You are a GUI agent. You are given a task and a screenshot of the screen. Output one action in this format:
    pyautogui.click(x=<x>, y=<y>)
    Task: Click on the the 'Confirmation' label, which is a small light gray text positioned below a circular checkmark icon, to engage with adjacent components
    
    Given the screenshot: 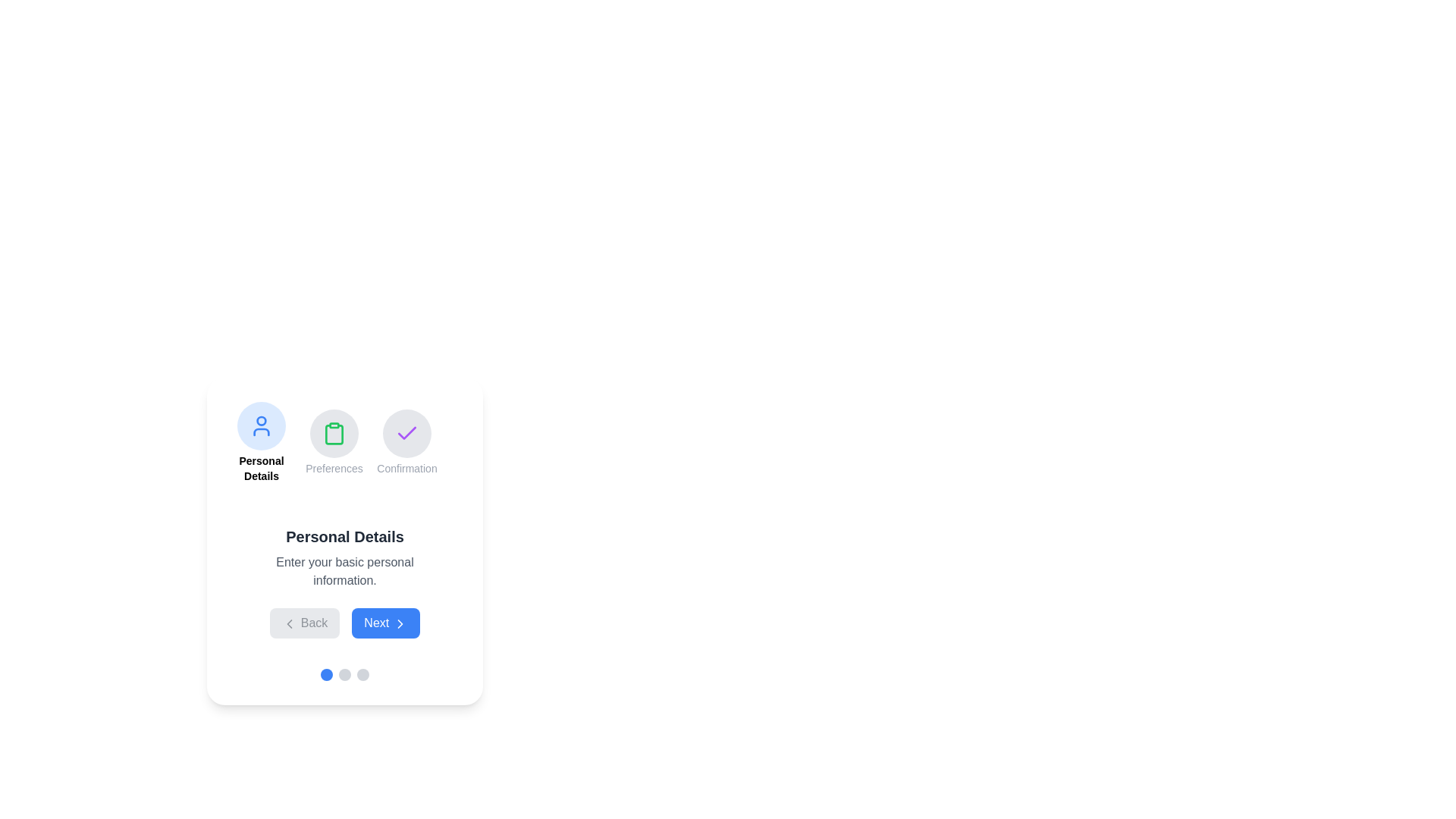 What is the action you would take?
    pyautogui.click(x=407, y=467)
    